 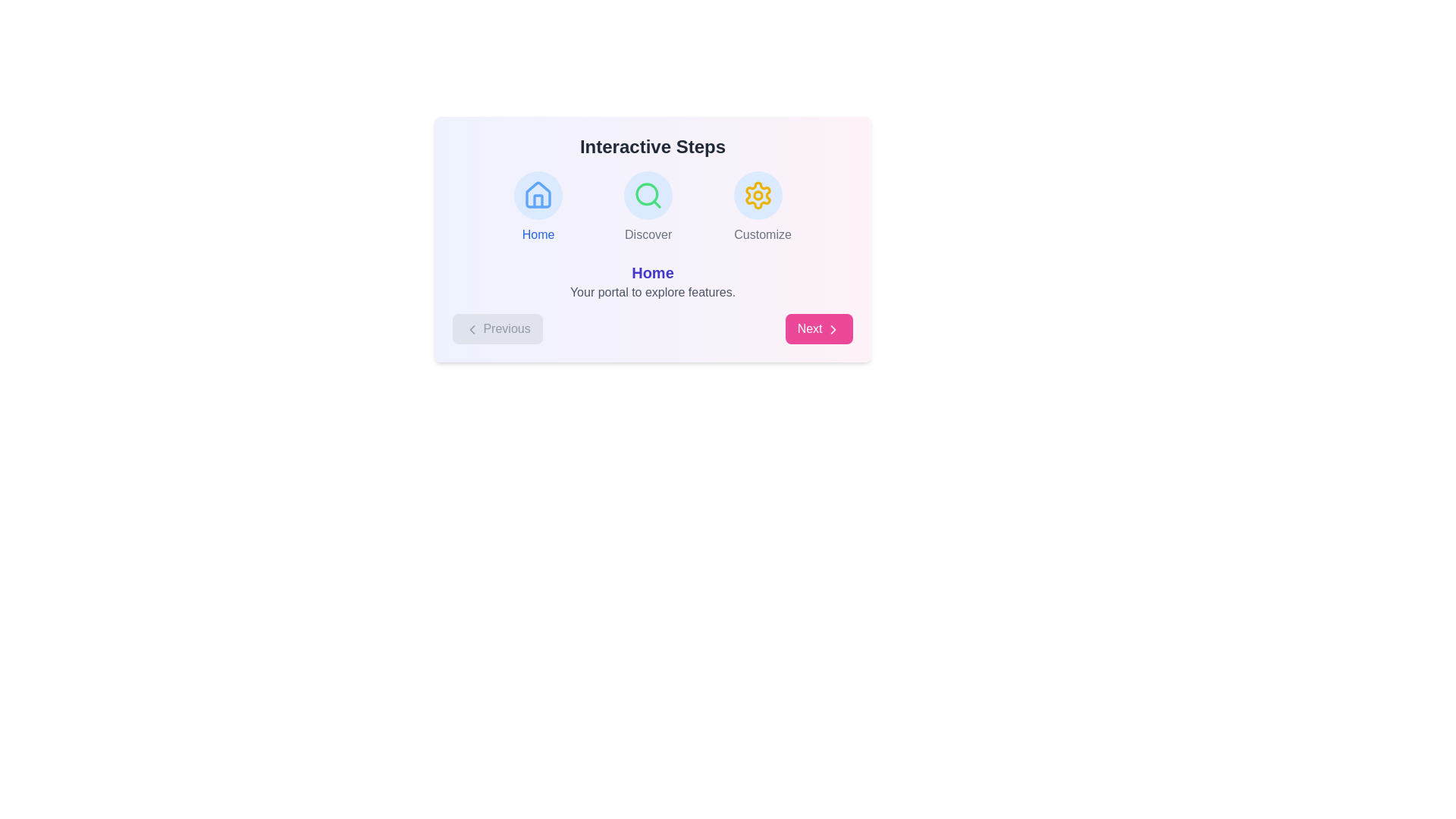 What do you see at coordinates (758, 195) in the screenshot?
I see `the yellow gear-shaped icon that represents the settings or customization feature, positioned to the right of the 'Discover' icon` at bounding box center [758, 195].